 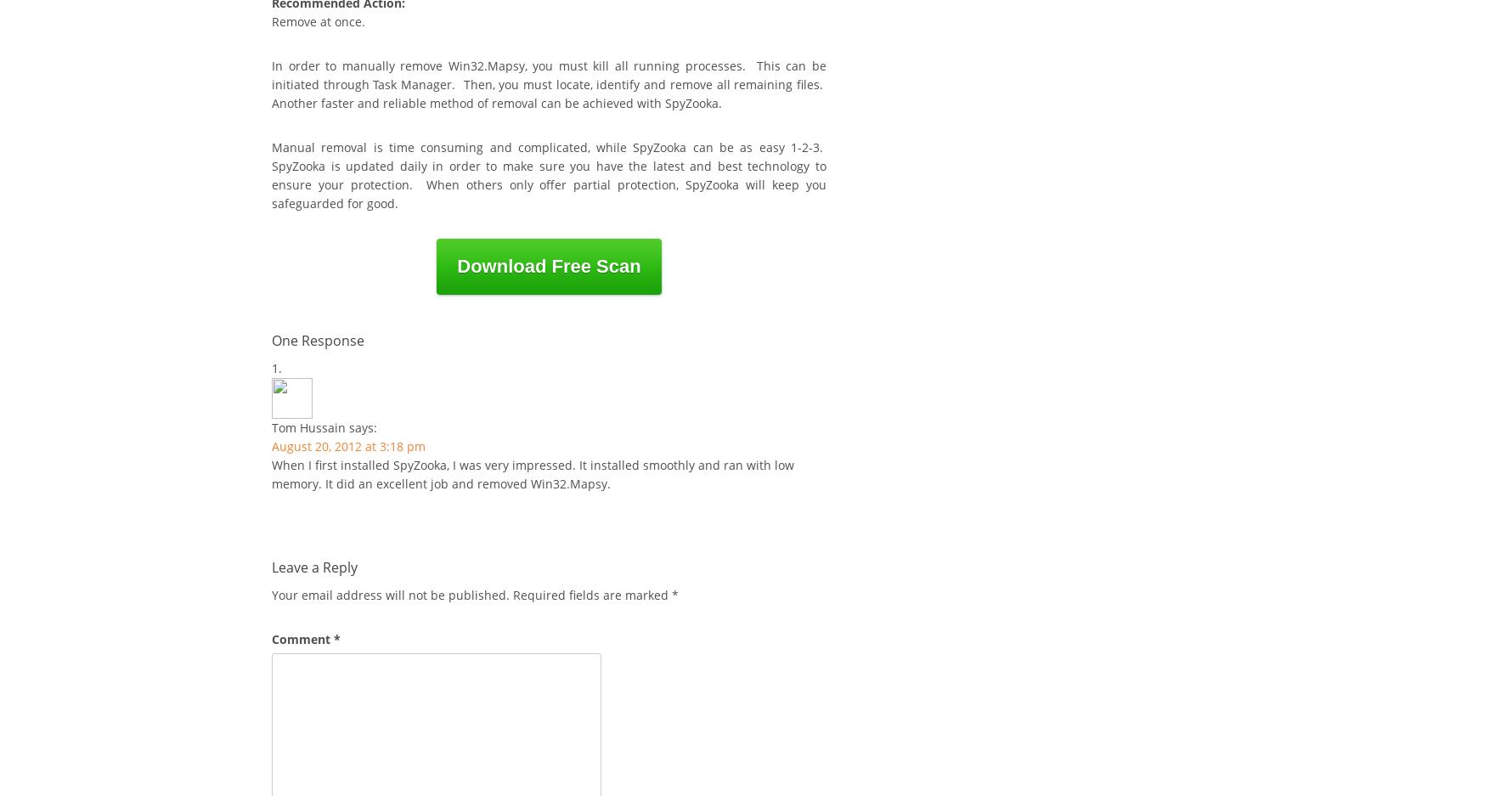 I want to click on 'When I first installed SpyZooka, I was very impressed. It installed smoothly and ran with low memory. It did an excellent job and removed Win32.Mapsy.', so click(x=533, y=474).